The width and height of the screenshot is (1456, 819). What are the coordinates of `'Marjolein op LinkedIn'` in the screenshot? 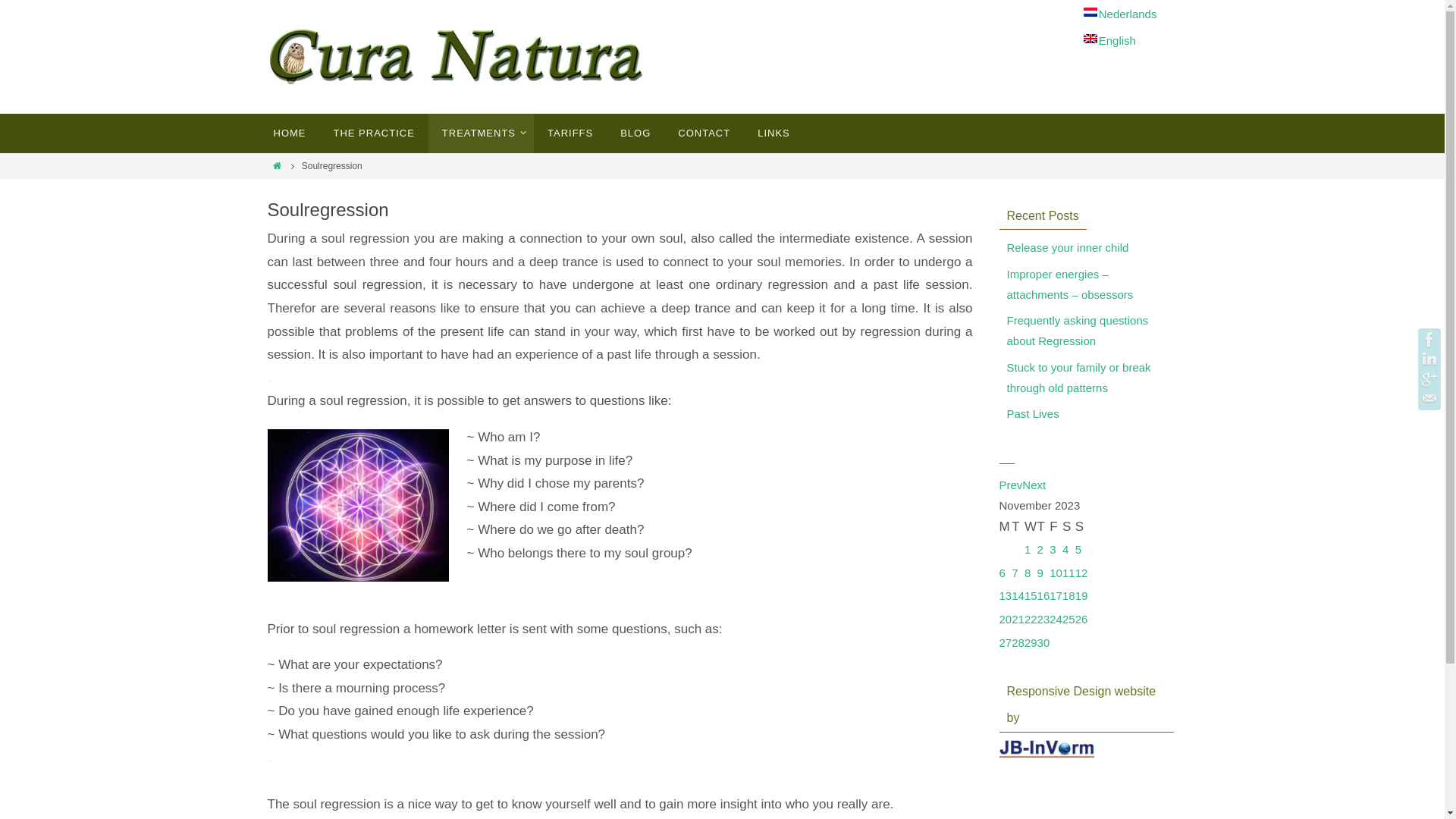 It's located at (1429, 359).